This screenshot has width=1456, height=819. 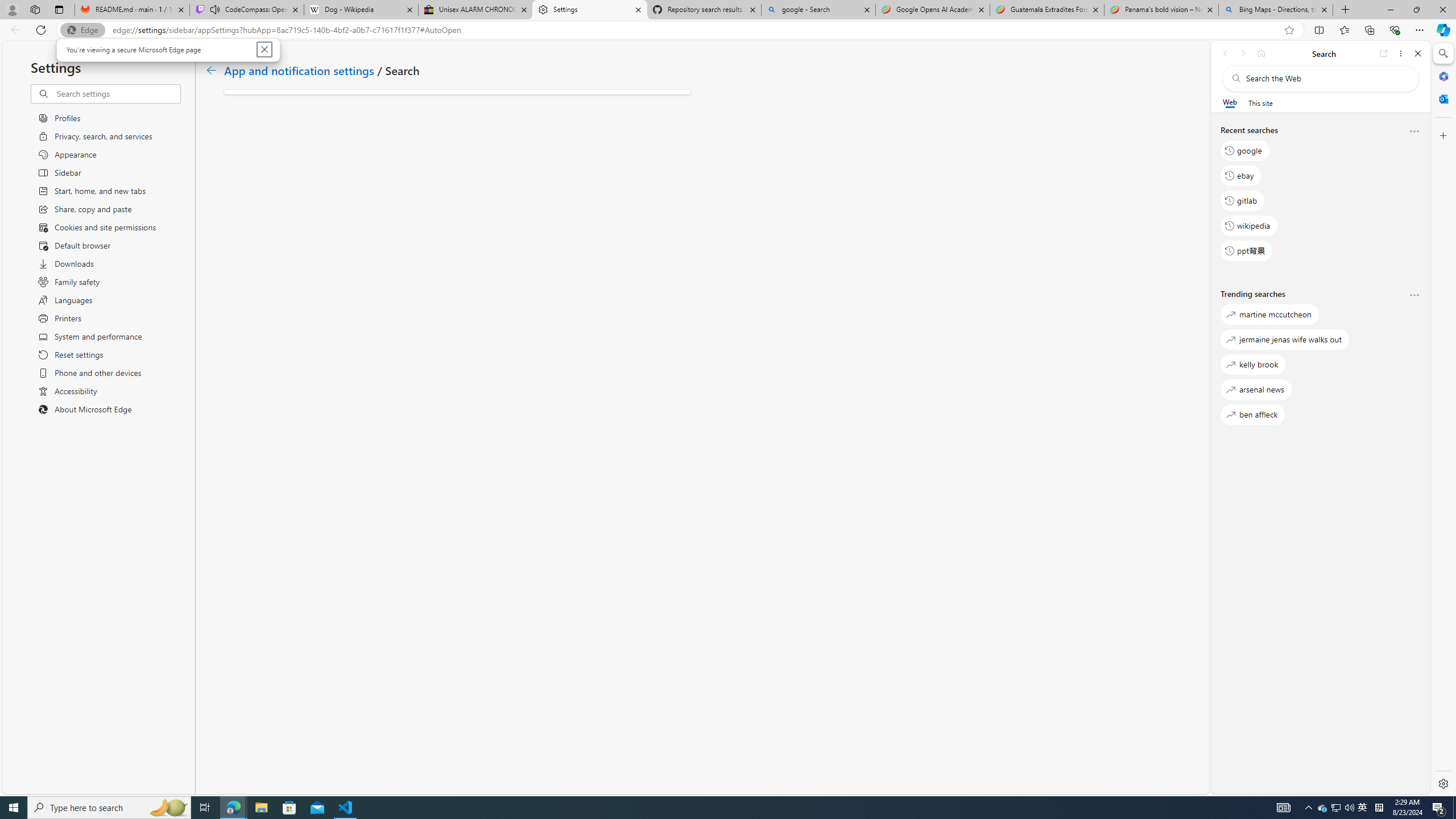 I want to click on 'Google Opens AI Academy for Startups - Nearshore Americas', so click(x=932, y=9).